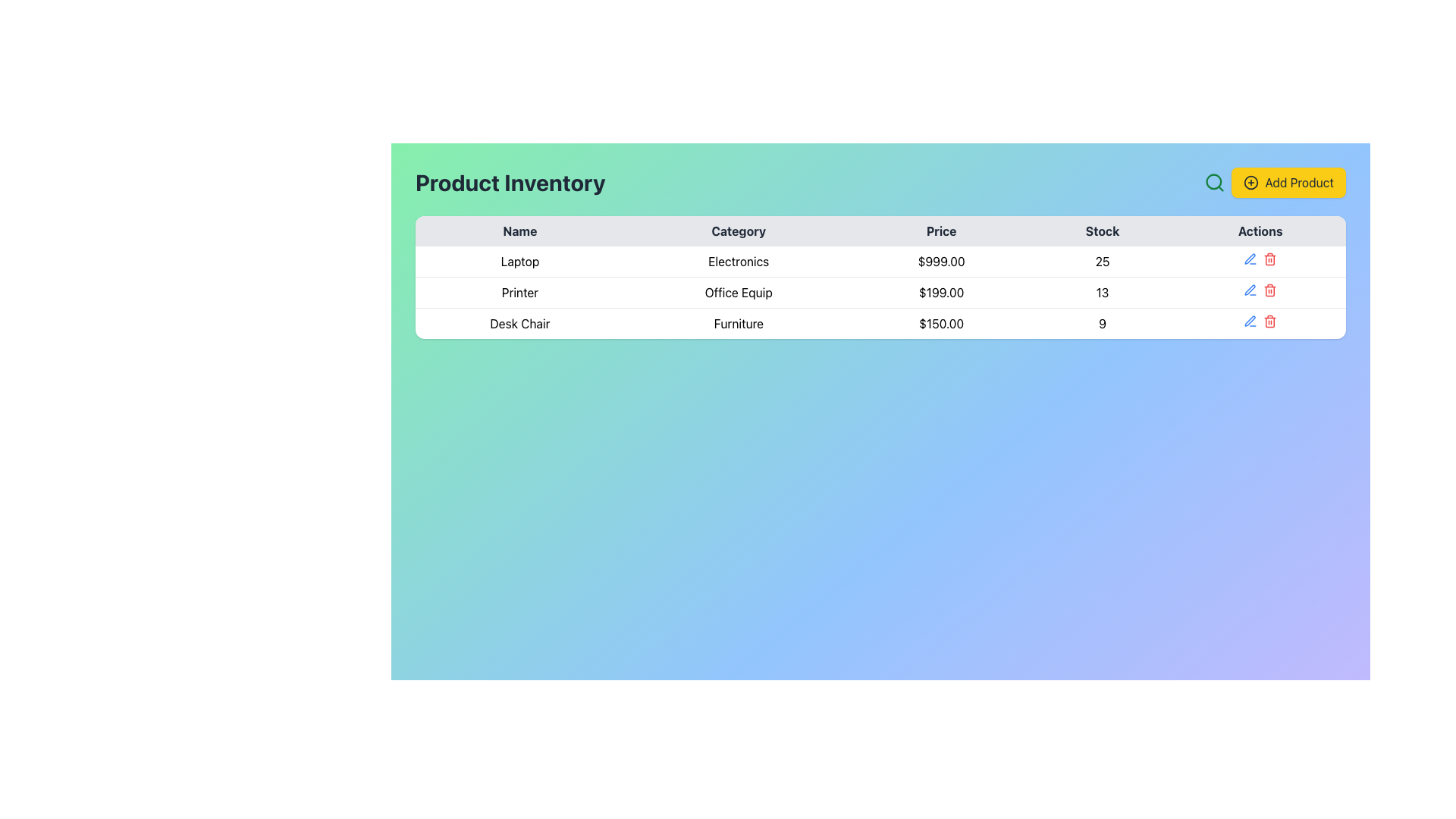 The image size is (1456, 819). Describe the element at coordinates (739, 261) in the screenshot. I see `the value of the 'Electronics' text label, which is located in the second column of the first row in the product inventory table` at that location.